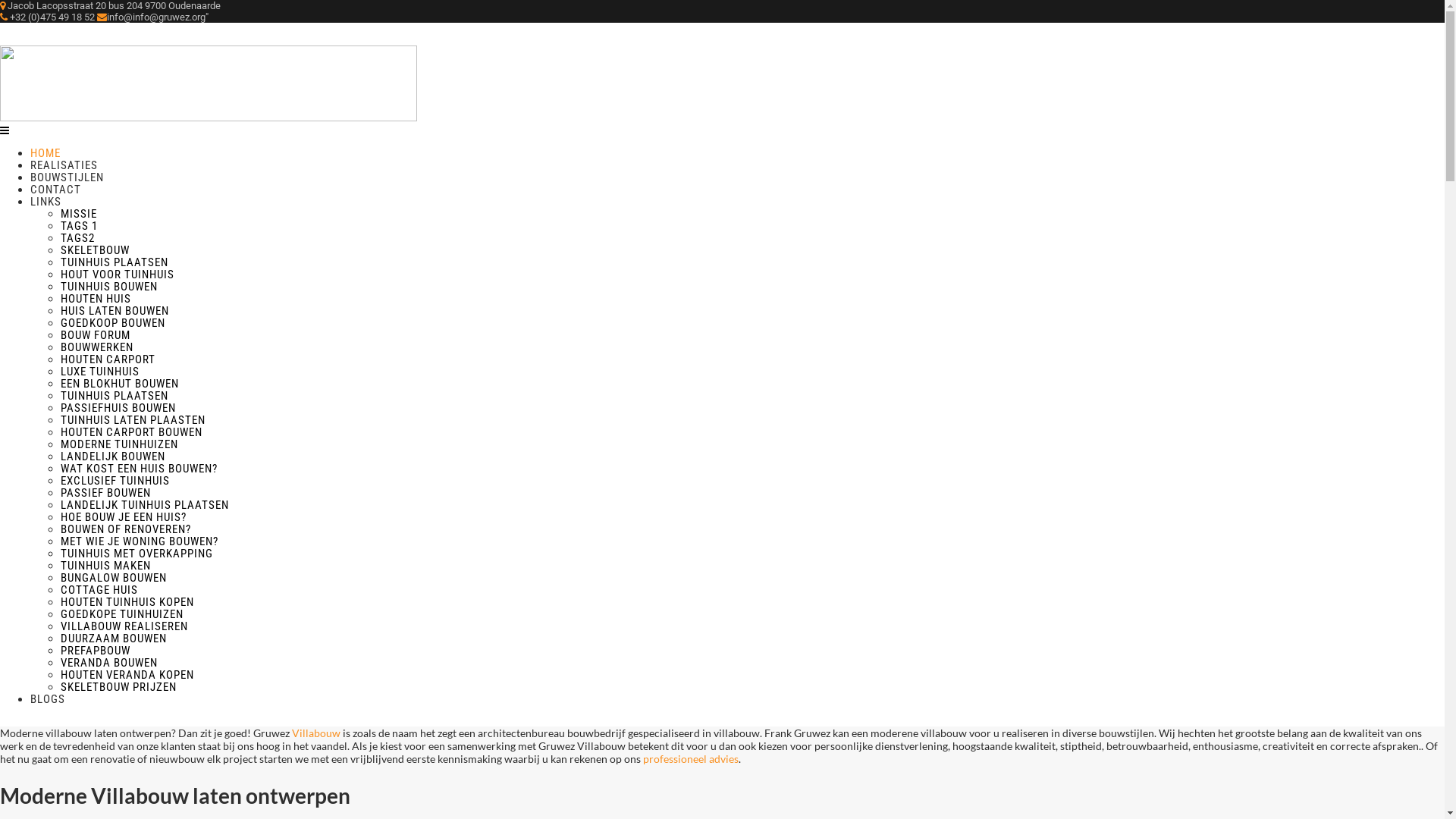 Image resolution: width=1456 pixels, height=819 pixels. Describe the element at coordinates (94, 334) in the screenshot. I see `'BOUW FORUM'` at that location.